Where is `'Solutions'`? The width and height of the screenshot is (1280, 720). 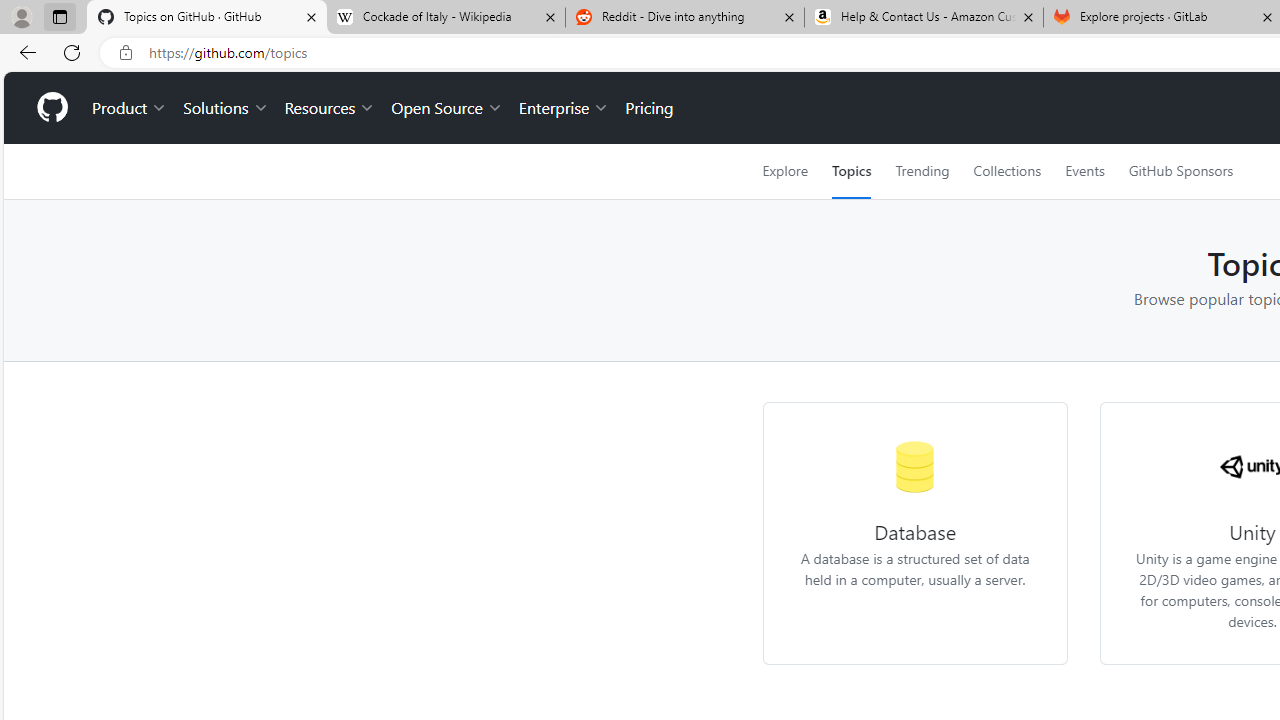 'Solutions' is located at coordinates (225, 108).